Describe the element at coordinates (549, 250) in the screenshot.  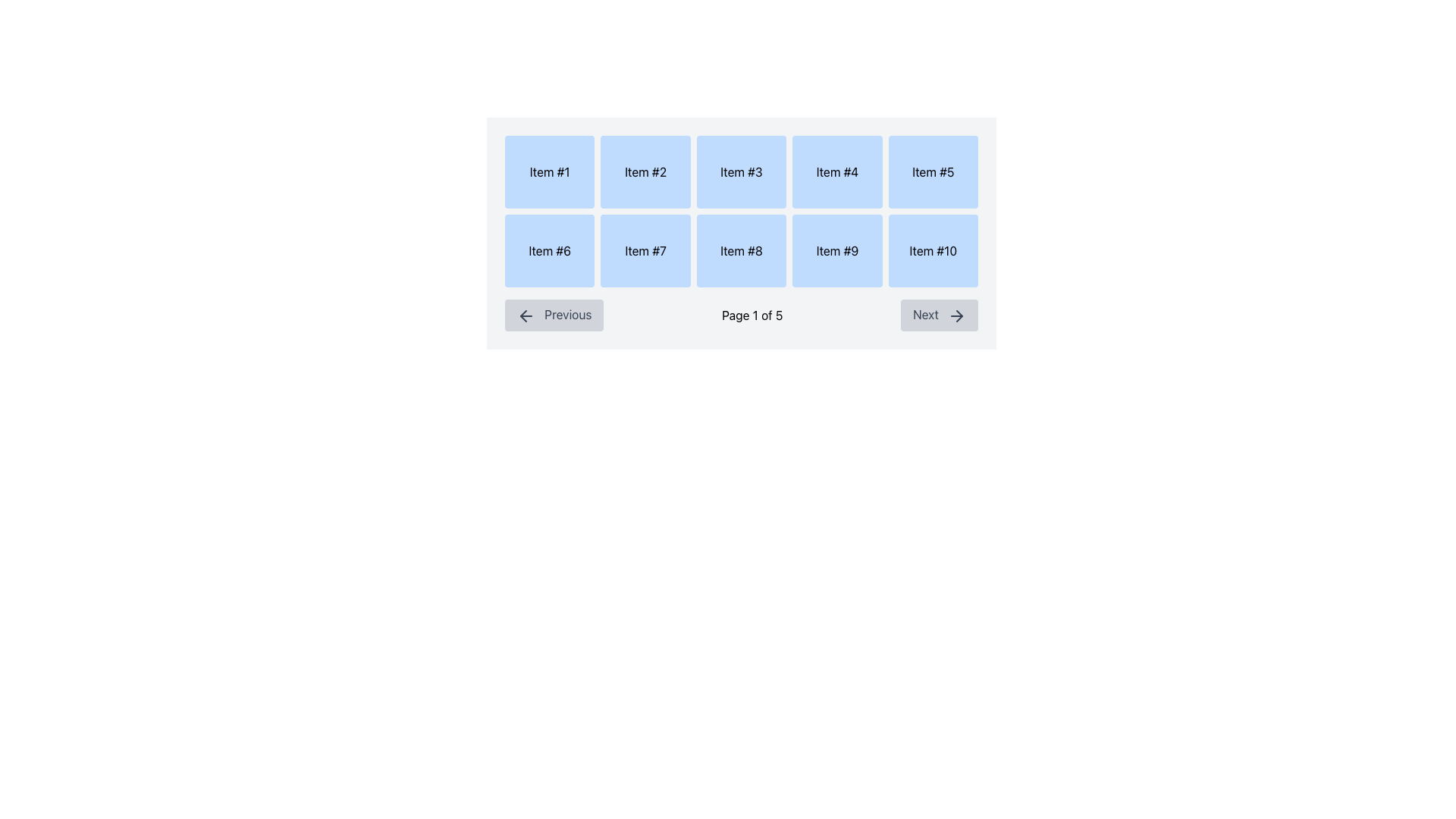
I see `the text label displaying 'Item #6' which is located in the second row, first button of a 2-by-5 grid layout` at that location.